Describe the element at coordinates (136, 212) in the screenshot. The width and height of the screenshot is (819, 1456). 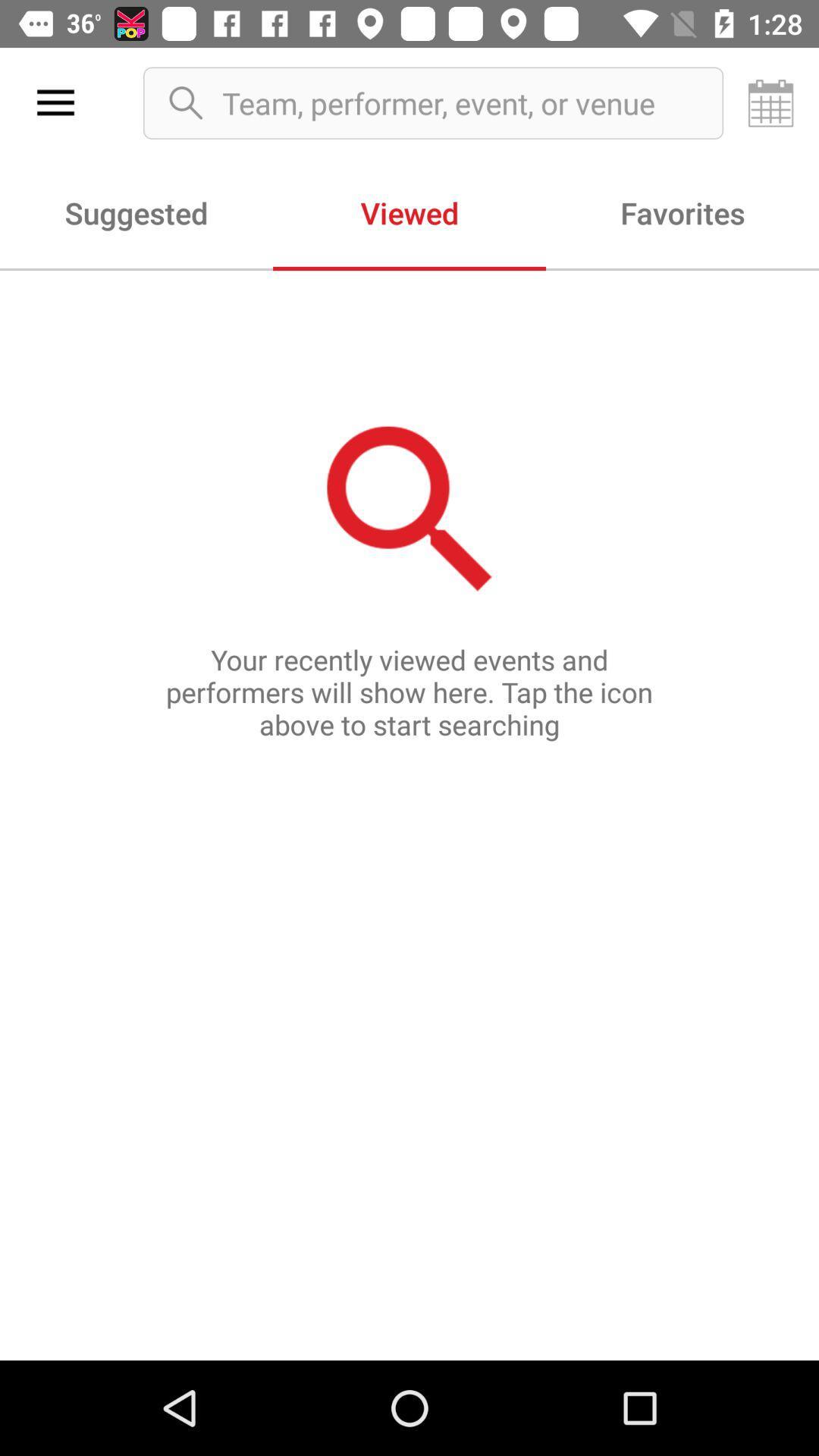
I see `suggested` at that location.